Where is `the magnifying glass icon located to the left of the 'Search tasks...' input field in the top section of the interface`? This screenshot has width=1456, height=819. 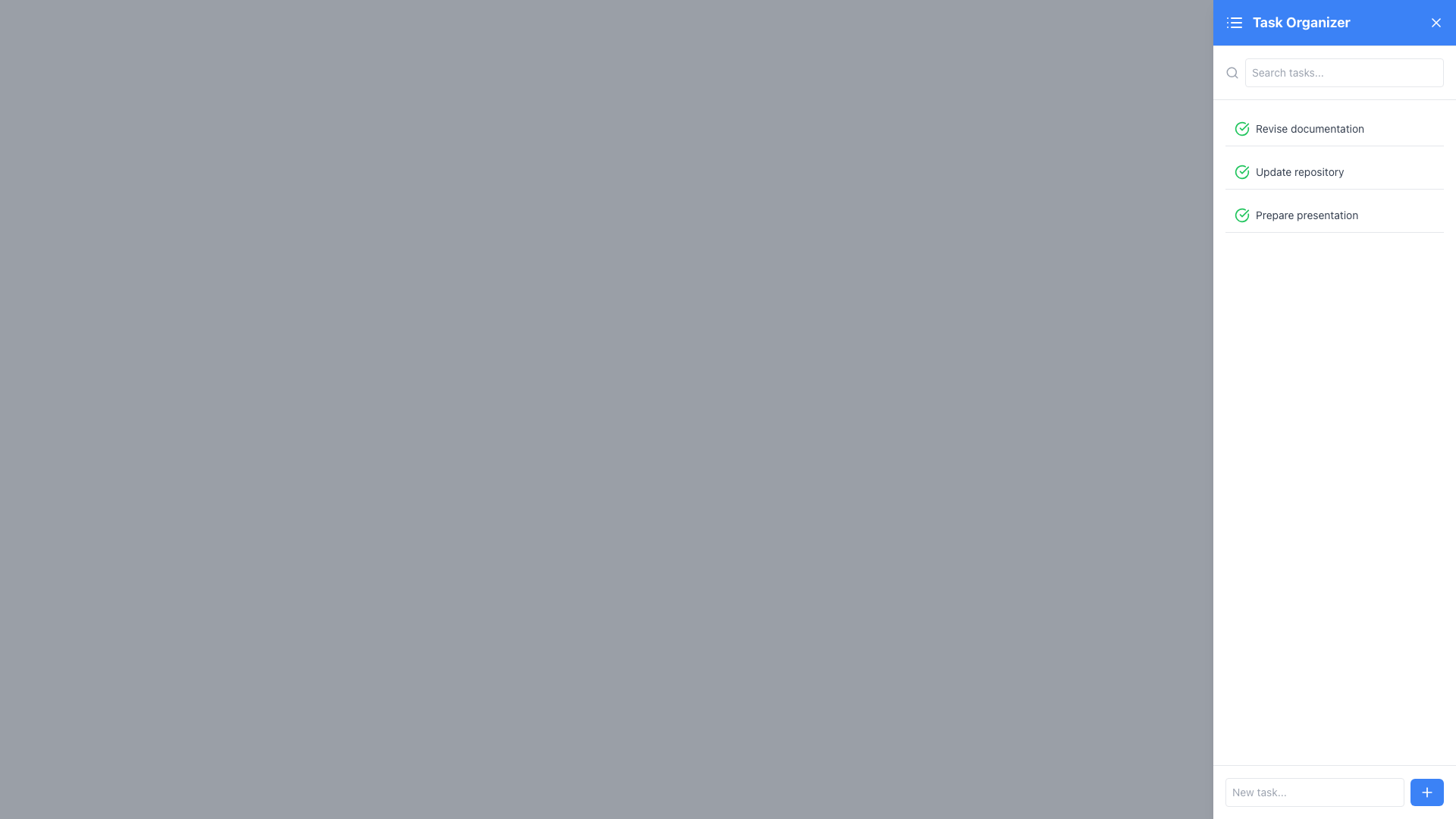
the magnifying glass icon located to the left of the 'Search tasks...' input field in the top section of the interface is located at coordinates (1232, 73).